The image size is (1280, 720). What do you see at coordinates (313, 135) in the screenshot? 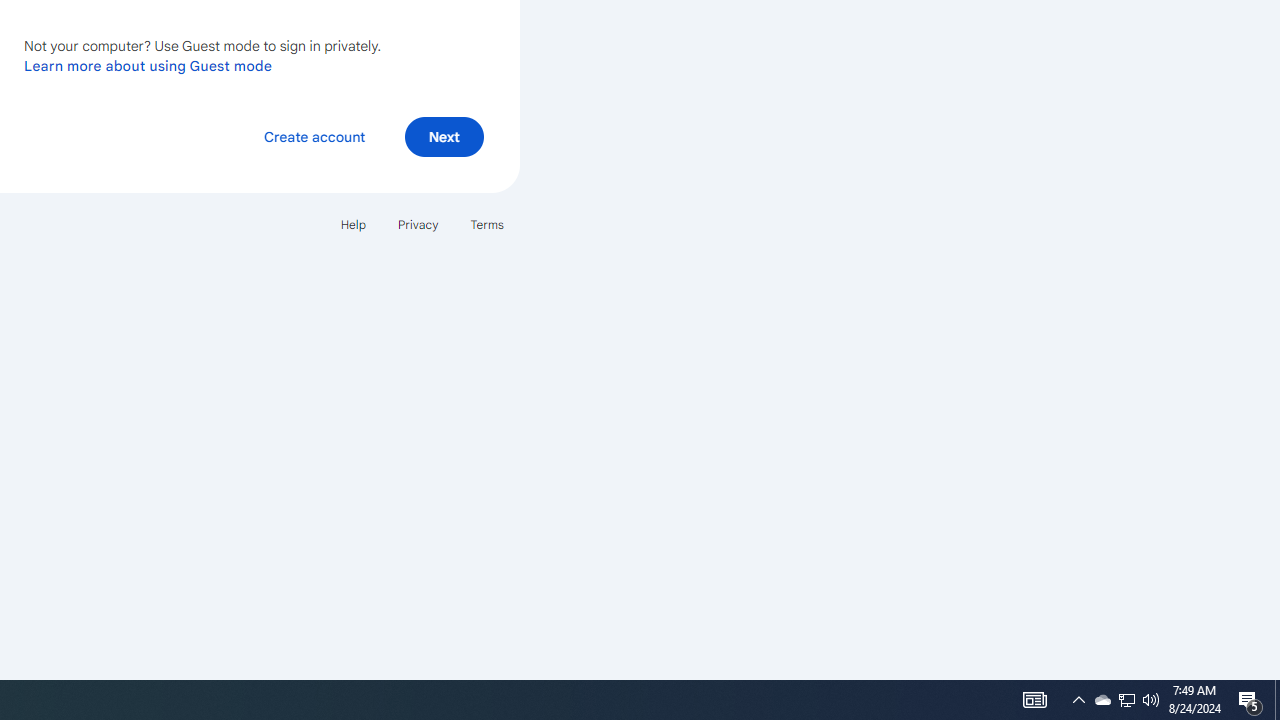
I see `'Create account'` at bounding box center [313, 135].